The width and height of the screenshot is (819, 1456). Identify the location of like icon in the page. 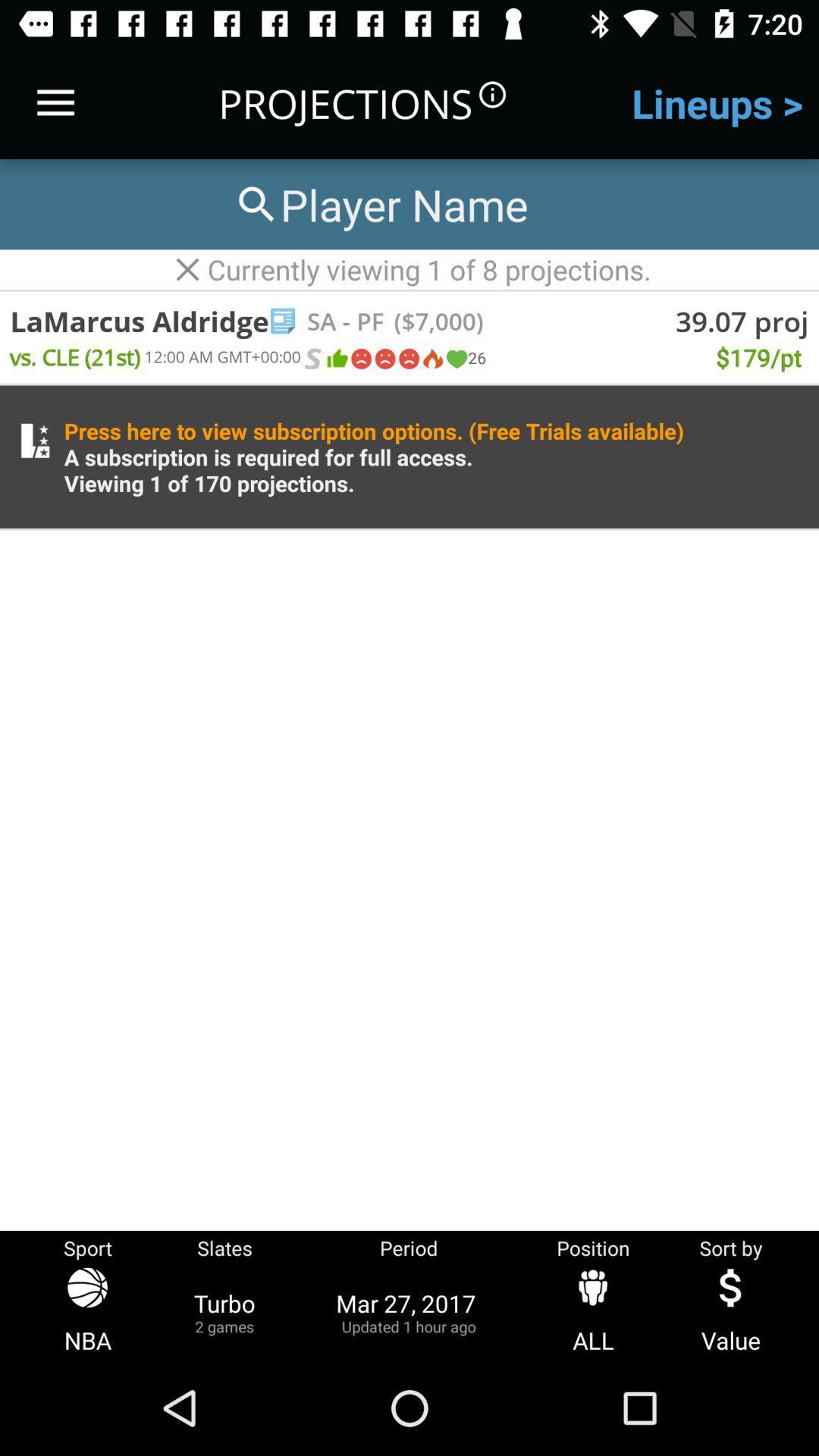
(335, 358).